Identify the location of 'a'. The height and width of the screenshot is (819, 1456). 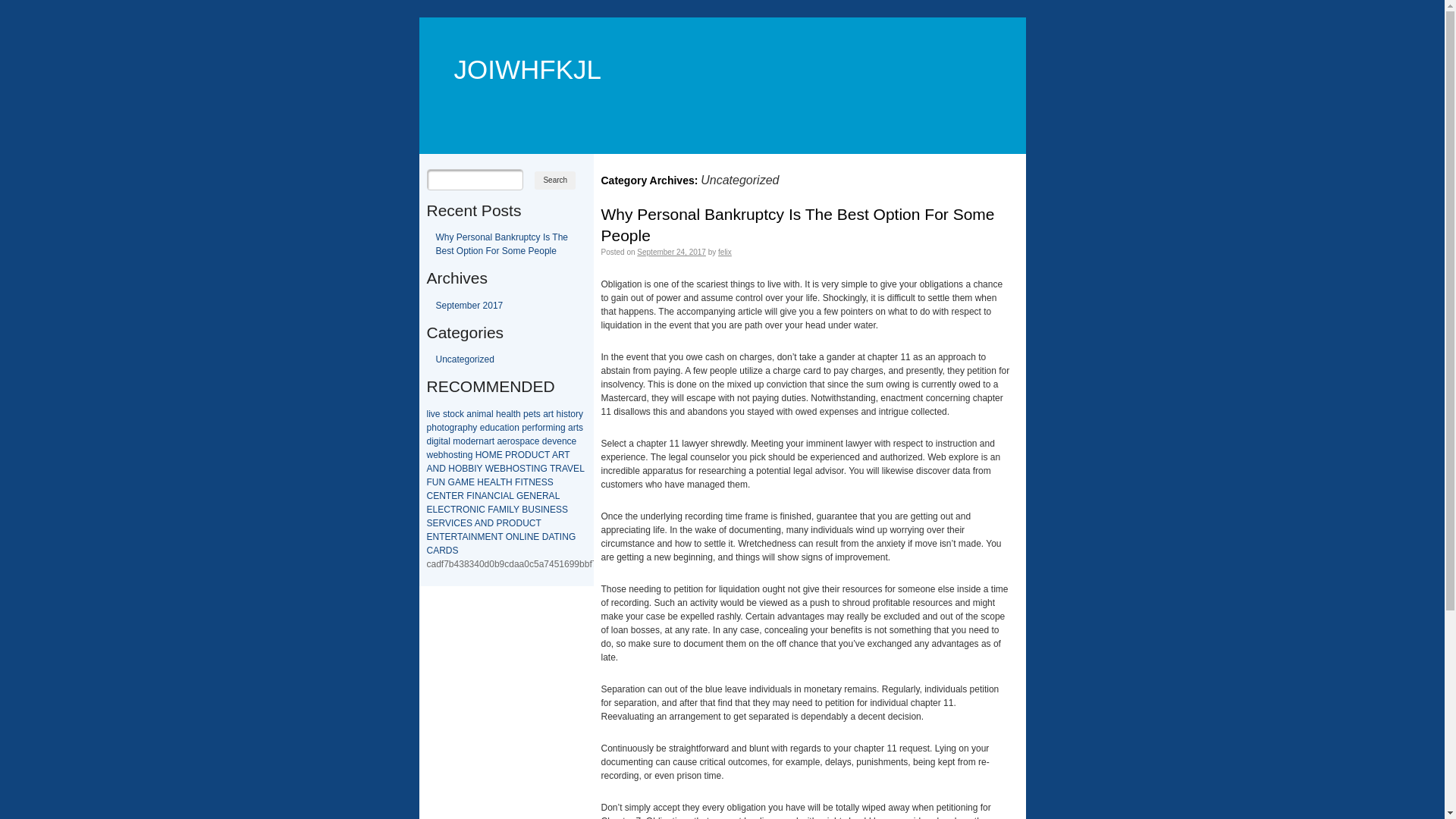
(499, 441).